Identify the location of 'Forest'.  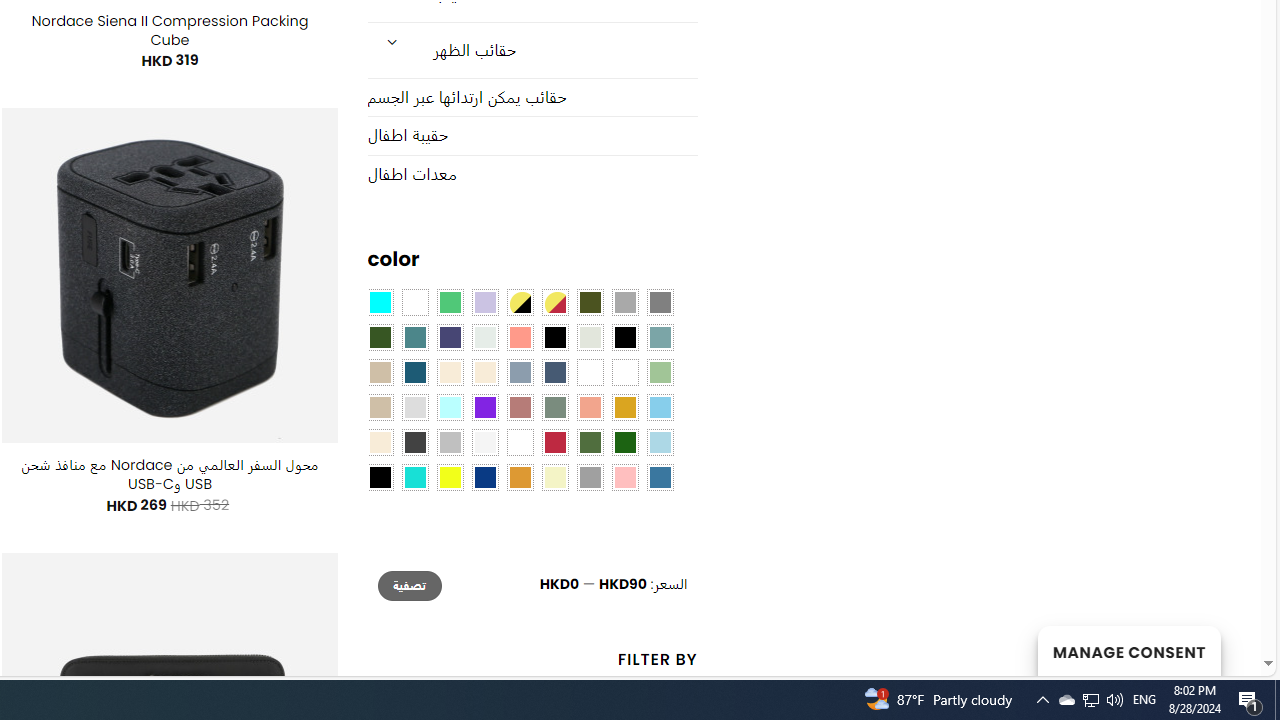
(380, 337).